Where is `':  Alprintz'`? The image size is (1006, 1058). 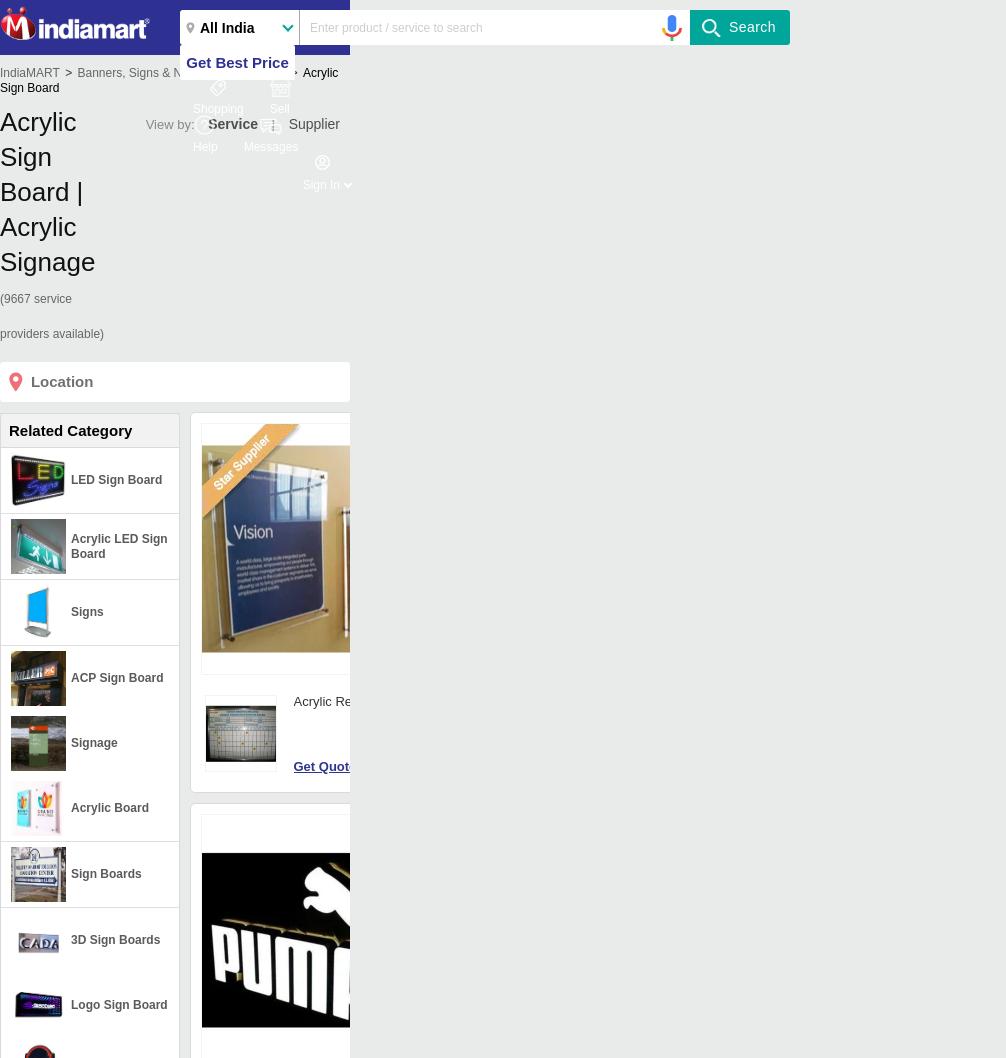
':  Alprintz' is located at coordinates (535, 574).